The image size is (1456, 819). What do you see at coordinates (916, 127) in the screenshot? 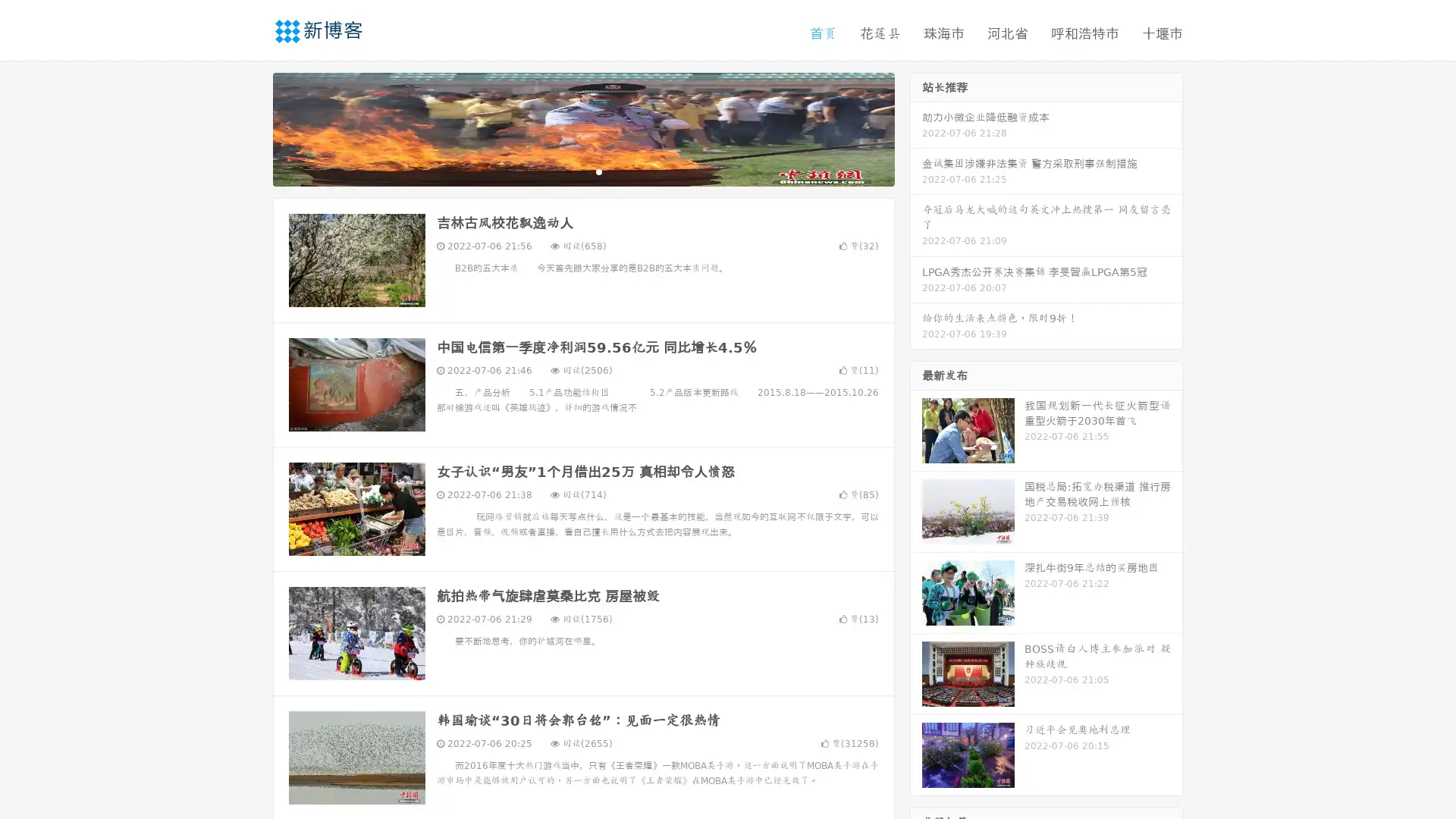
I see `Next slide` at bounding box center [916, 127].